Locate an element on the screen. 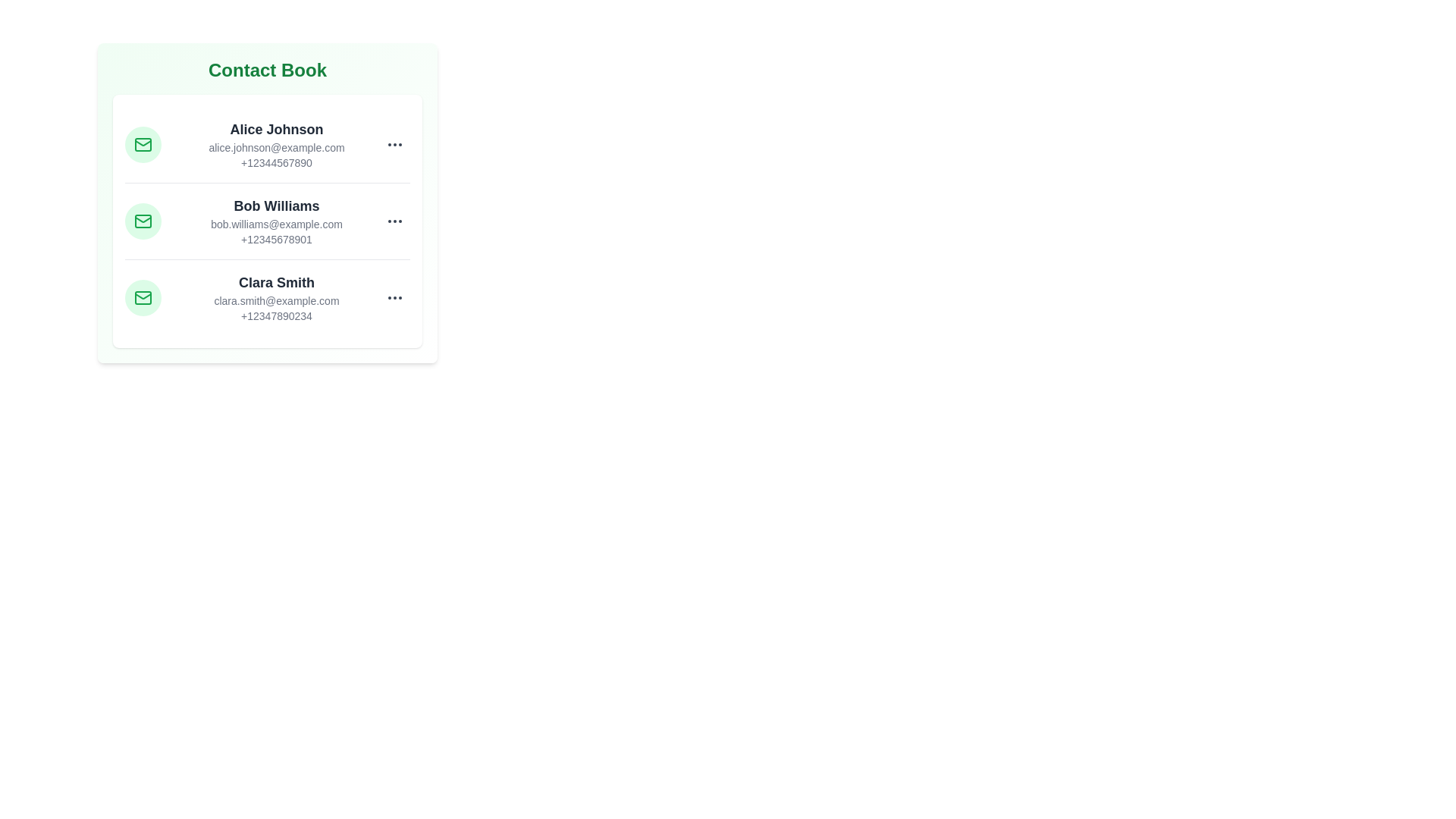 This screenshot has width=1456, height=819. 'More' button for the contact Bob Williams is located at coordinates (395, 221).